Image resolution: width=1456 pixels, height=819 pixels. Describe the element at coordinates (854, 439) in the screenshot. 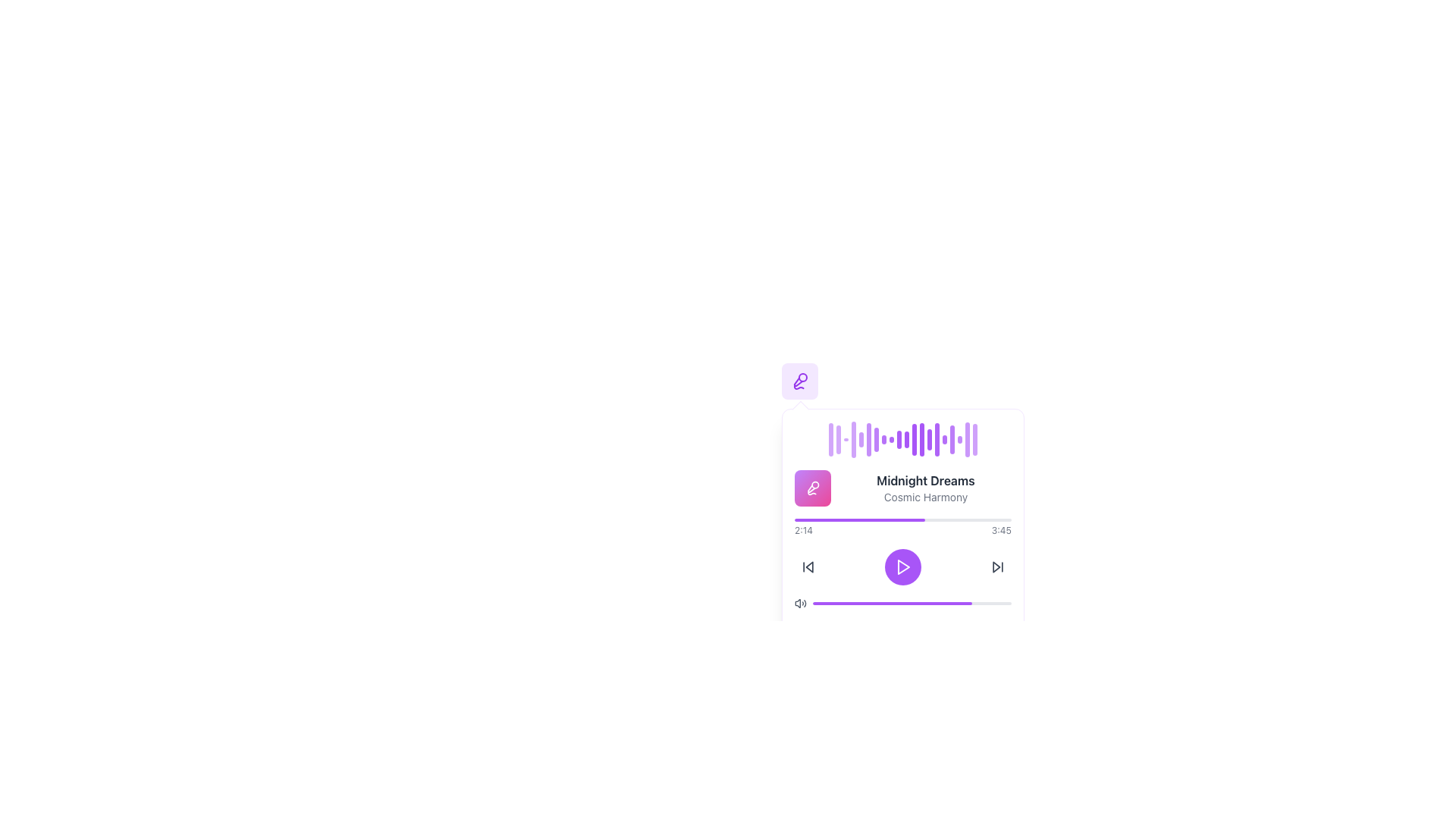

I see `fourth vertical purple waveform bar located near the top center of the music playback interface` at that location.